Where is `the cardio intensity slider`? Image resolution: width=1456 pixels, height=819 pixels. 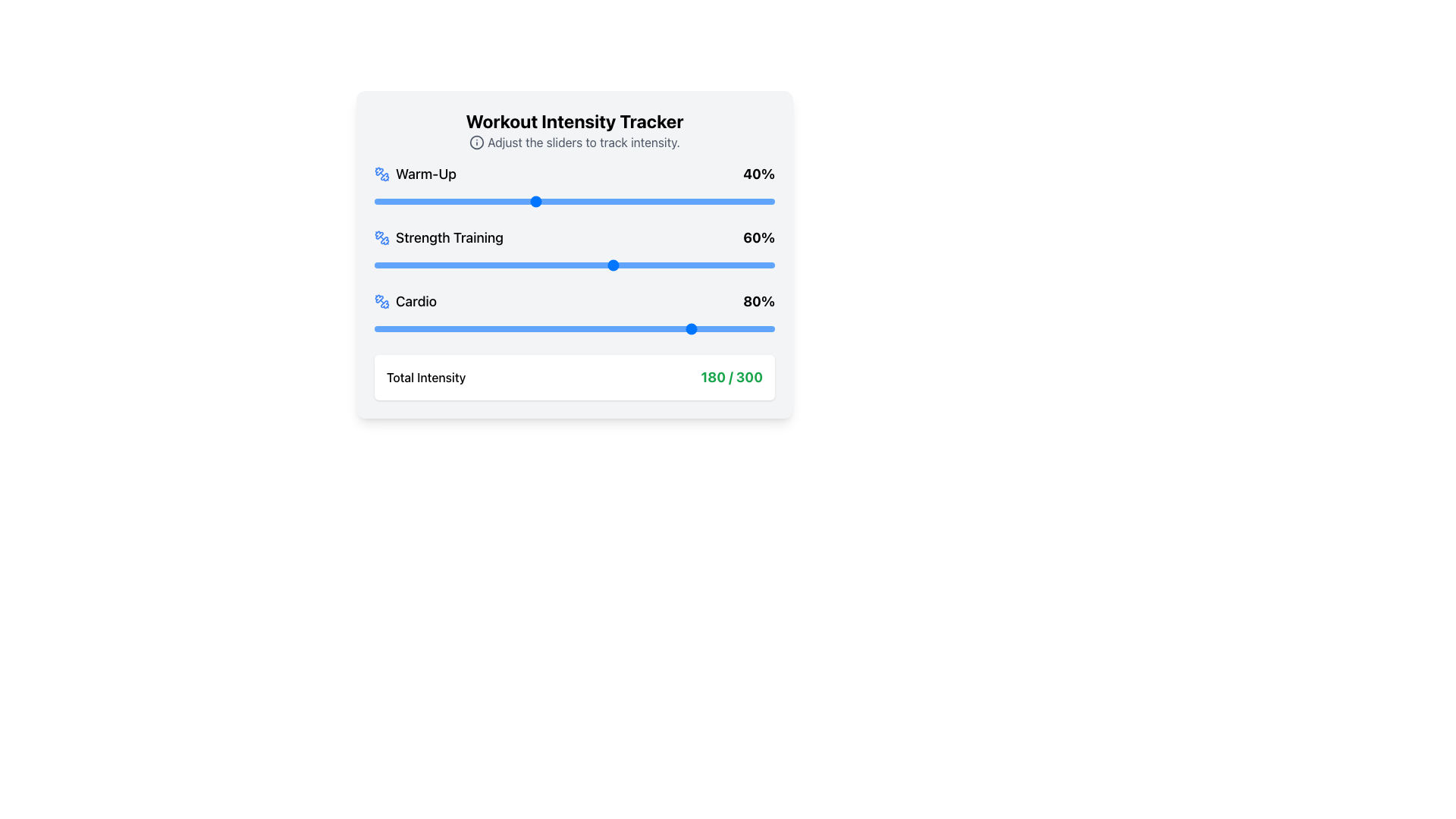 the cardio intensity slider is located at coordinates (710, 328).